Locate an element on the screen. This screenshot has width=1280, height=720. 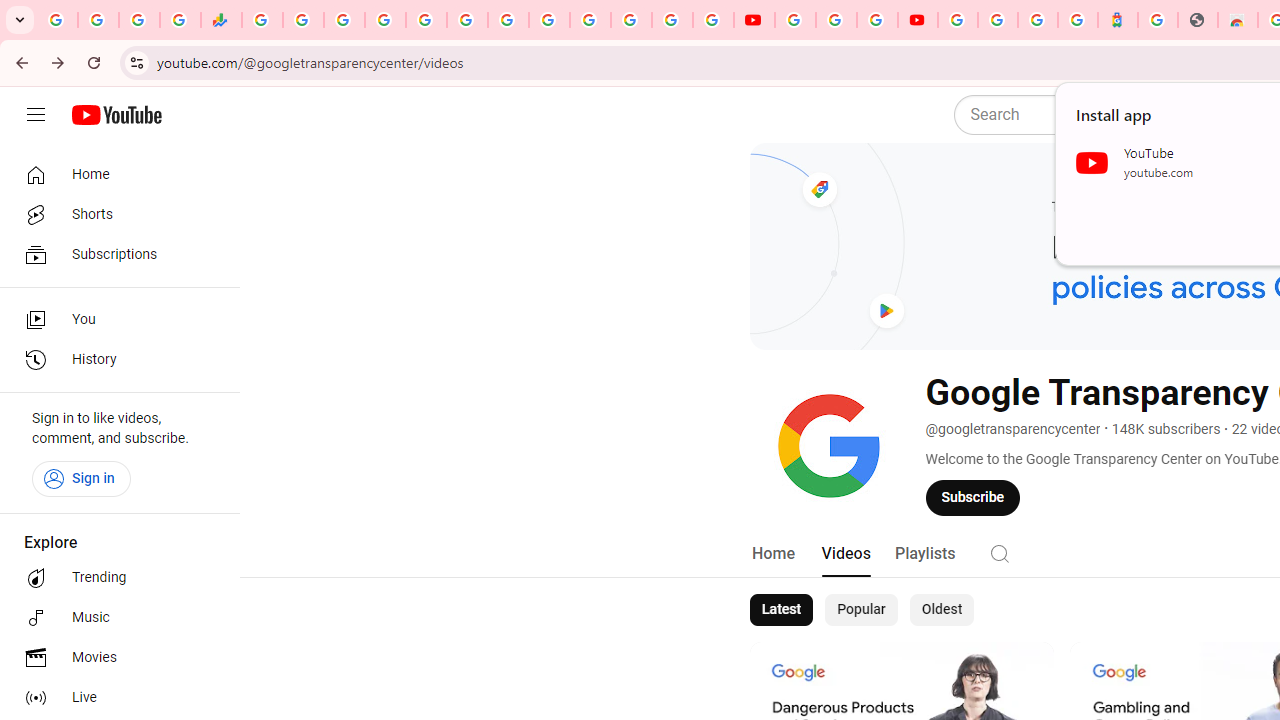
'Home' is located at coordinates (772, 553).